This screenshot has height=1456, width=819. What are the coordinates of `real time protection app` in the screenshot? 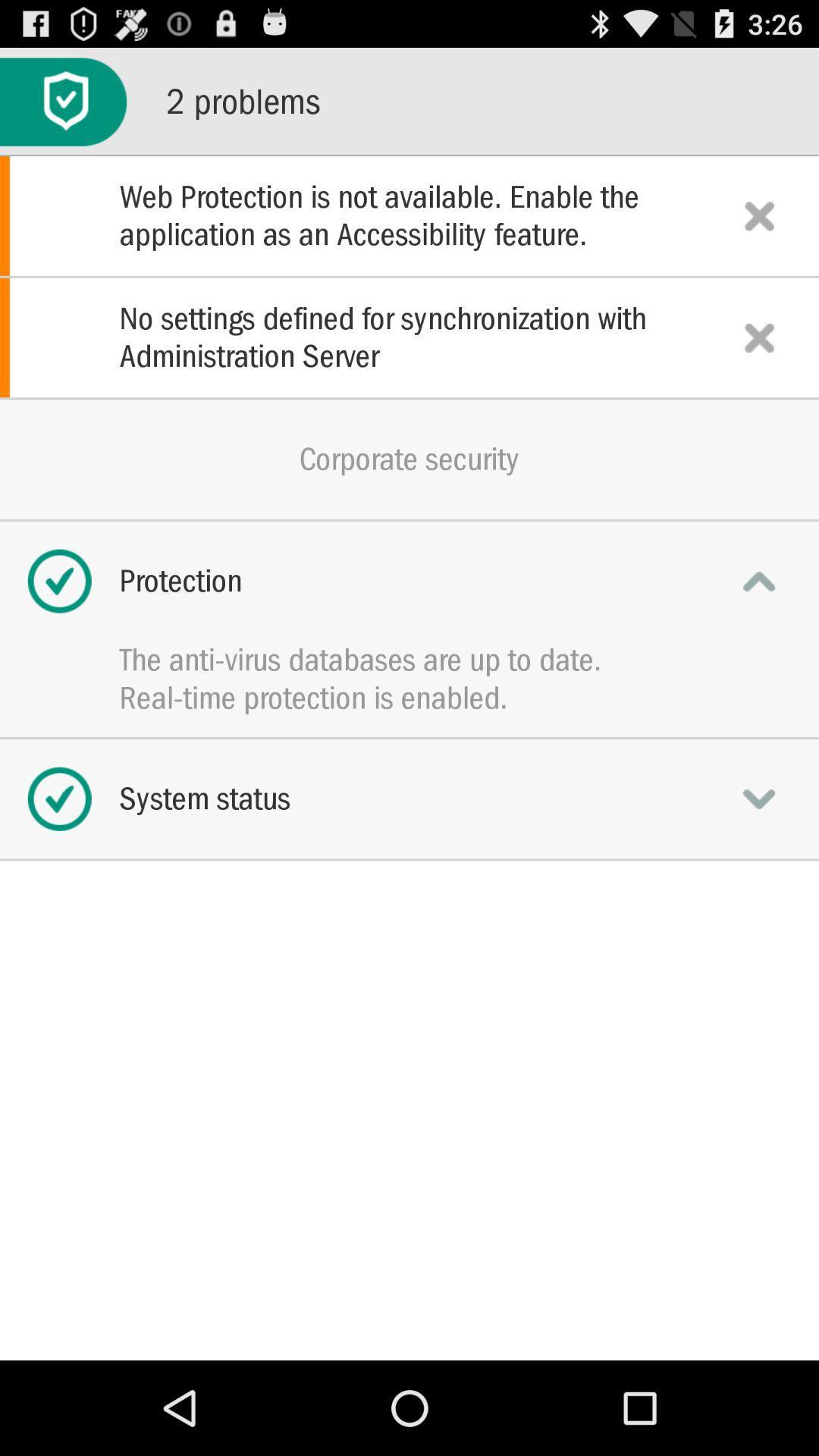 It's located at (409, 697).